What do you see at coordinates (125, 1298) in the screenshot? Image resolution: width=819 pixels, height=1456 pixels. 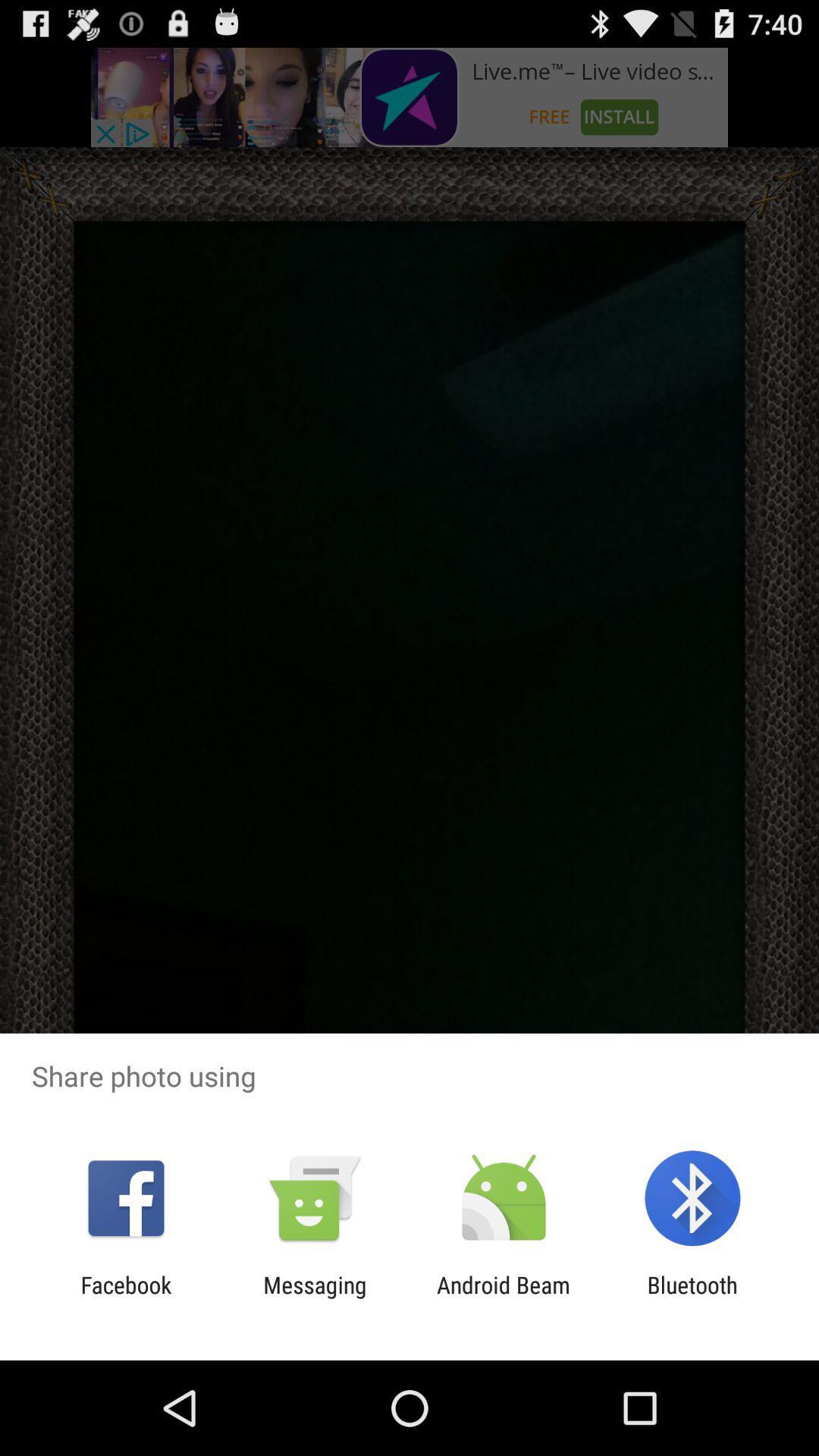 I see `app next to messaging item` at bounding box center [125, 1298].